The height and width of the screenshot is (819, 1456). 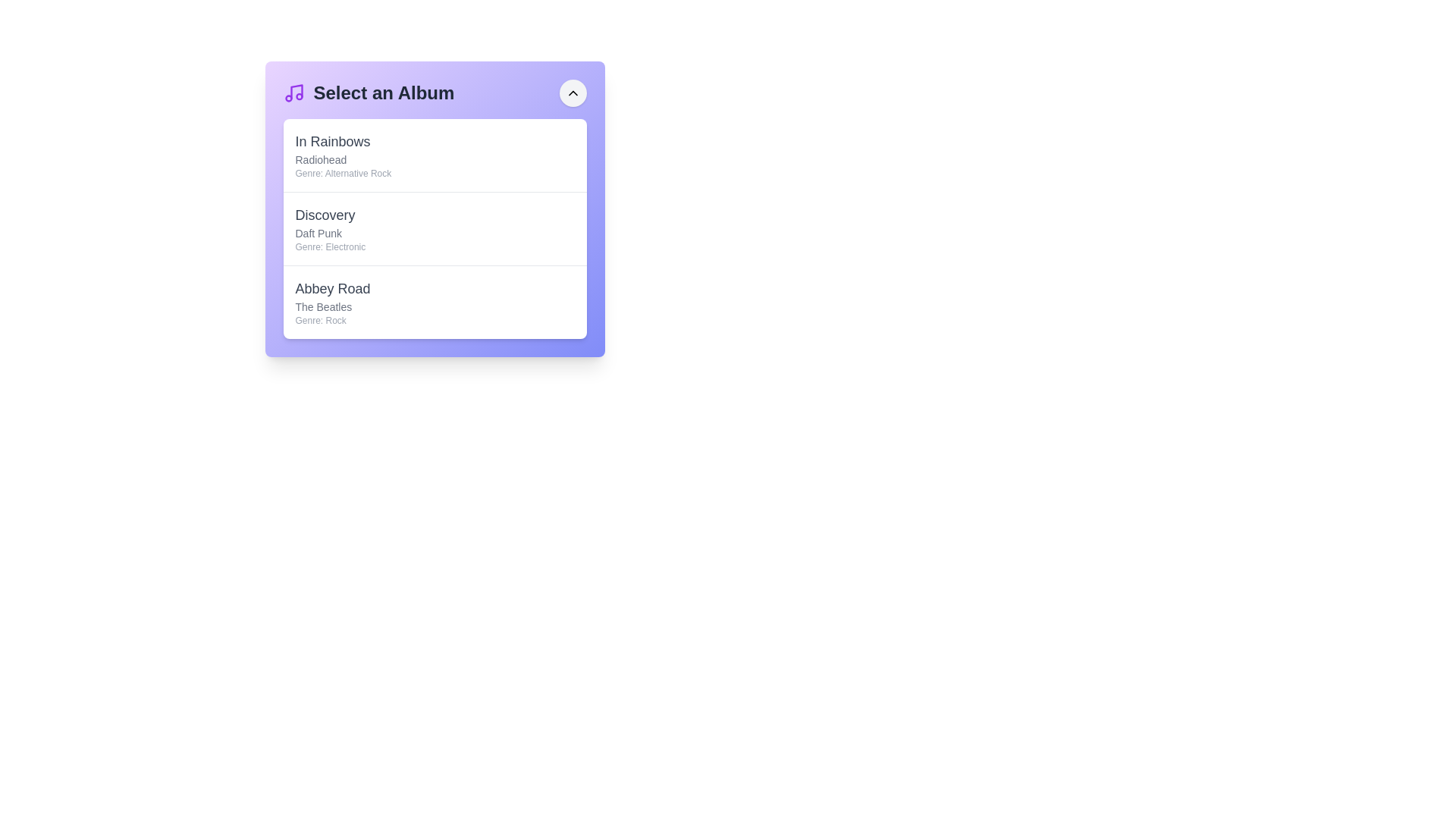 I want to click on the interactive list item representing the album 'In Rainbows', so click(x=434, y=155).